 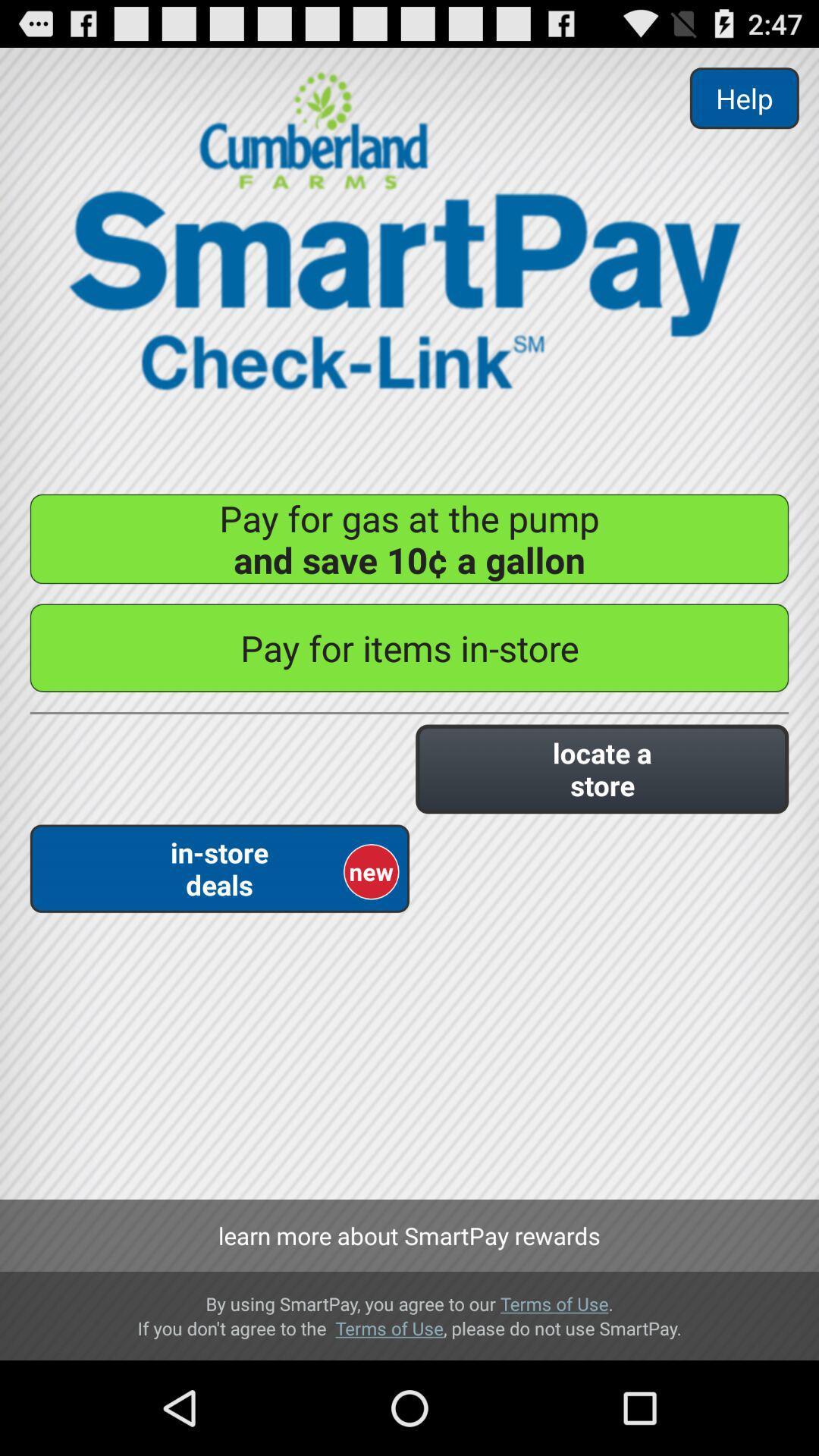 I want to click on locate a, so click(x=601, y=769).